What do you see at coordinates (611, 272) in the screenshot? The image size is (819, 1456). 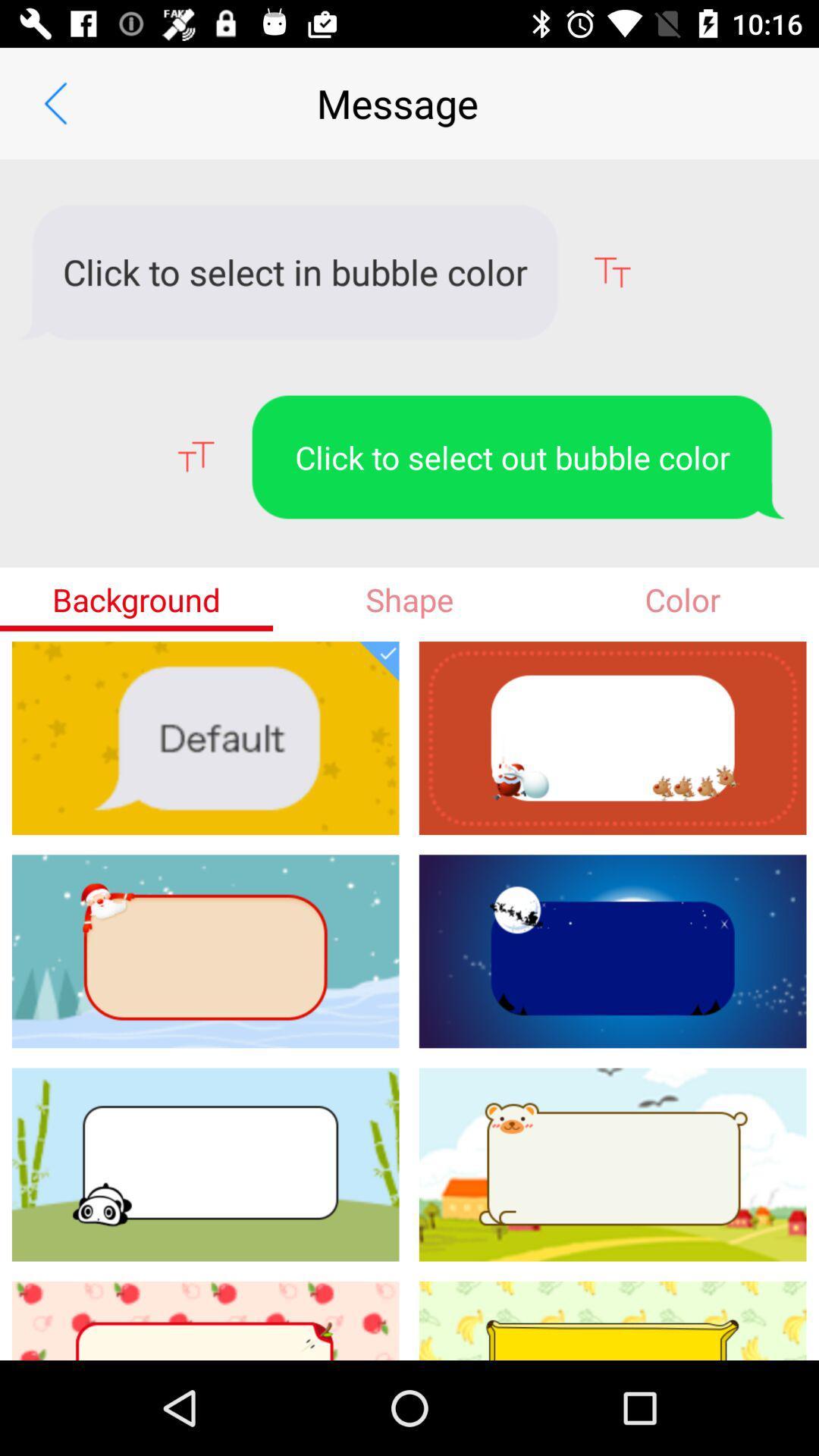 I see `the font icon` at bounding box center [611, 272].